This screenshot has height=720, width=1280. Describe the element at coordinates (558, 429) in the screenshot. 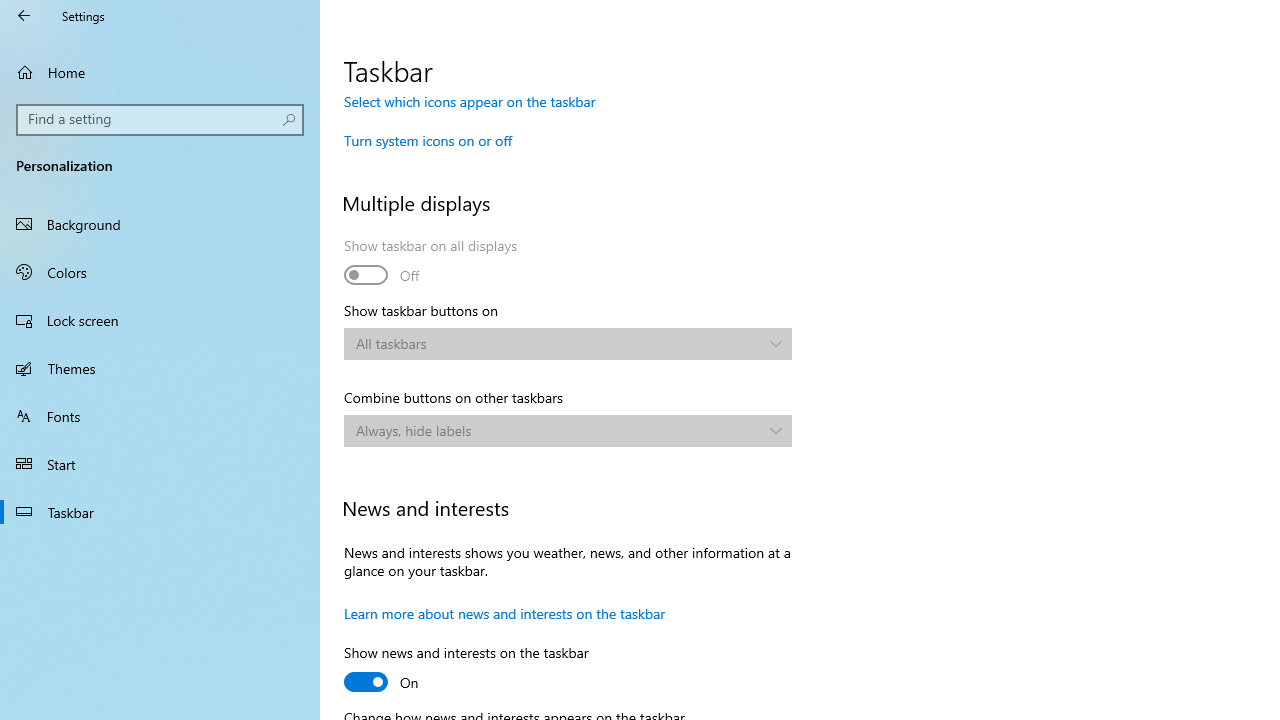

I see `'Always, hide labels'` at that location.